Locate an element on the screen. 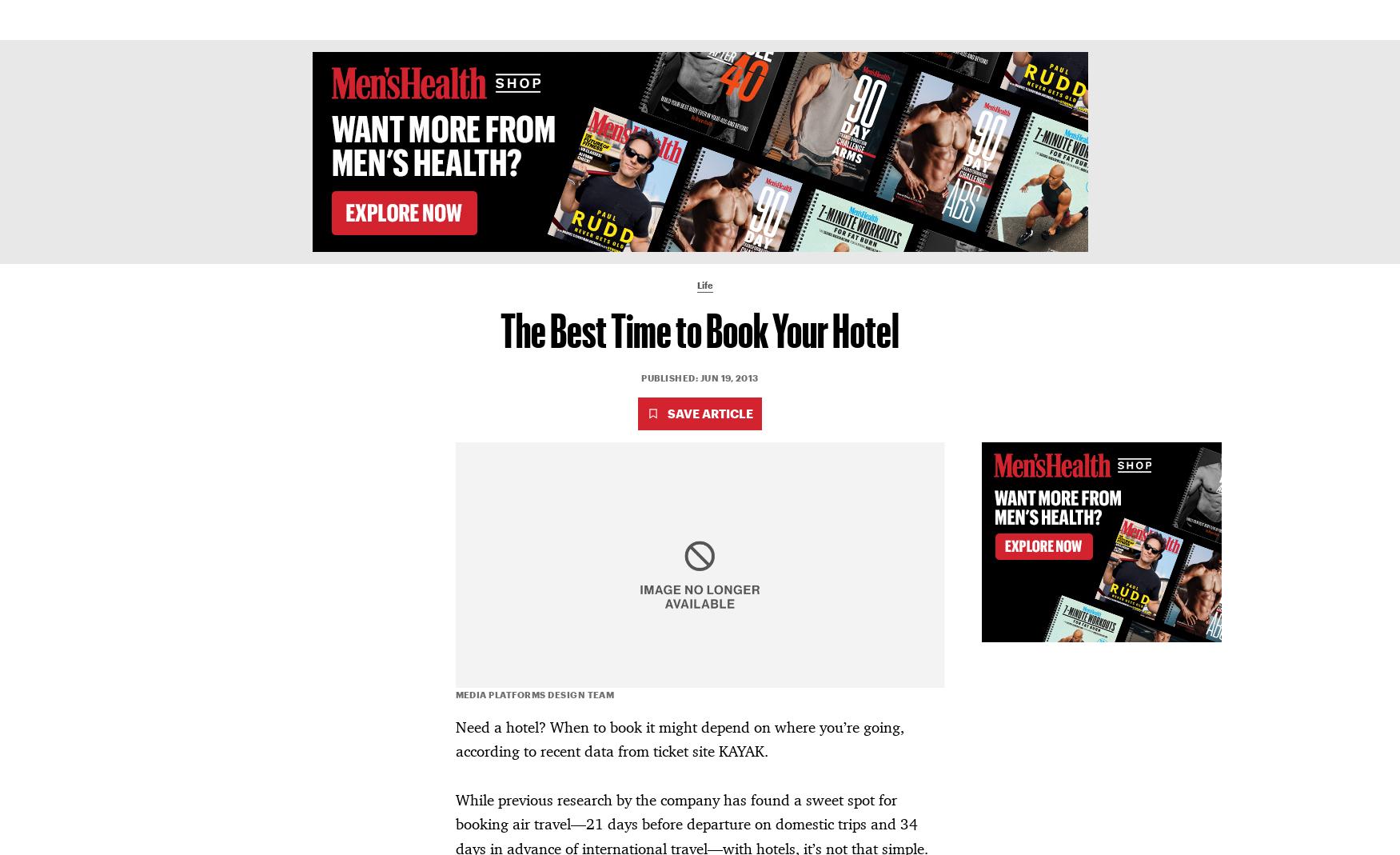 Image resolution: width=1400 pixels, height=855 pixels. 'Subscribe' is located at coordinates (1077, 18).